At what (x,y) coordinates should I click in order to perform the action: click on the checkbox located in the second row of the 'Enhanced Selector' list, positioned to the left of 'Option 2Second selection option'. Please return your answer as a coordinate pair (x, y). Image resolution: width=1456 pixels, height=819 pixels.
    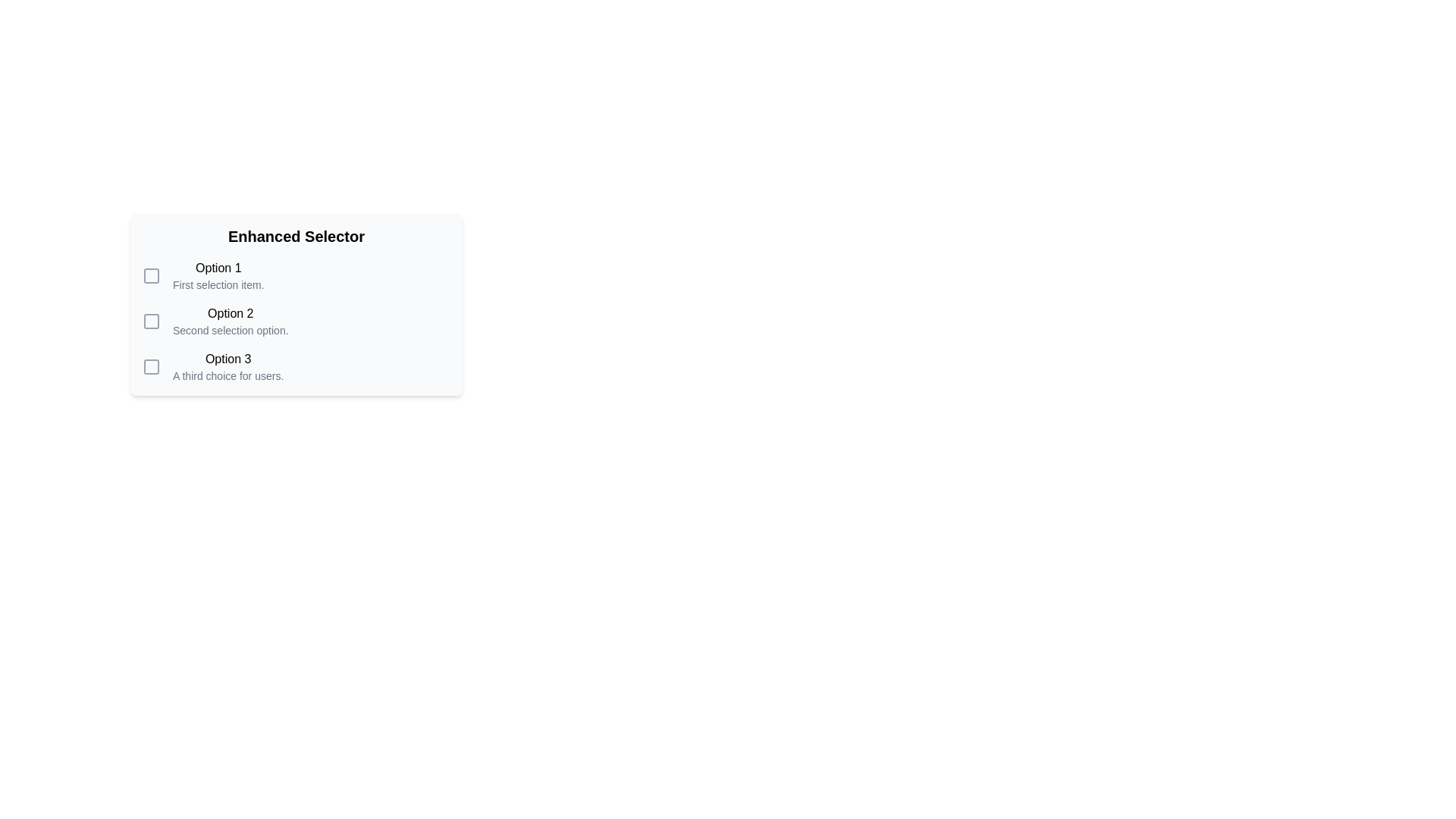
    Looking at the image, I should click on (152, 321).